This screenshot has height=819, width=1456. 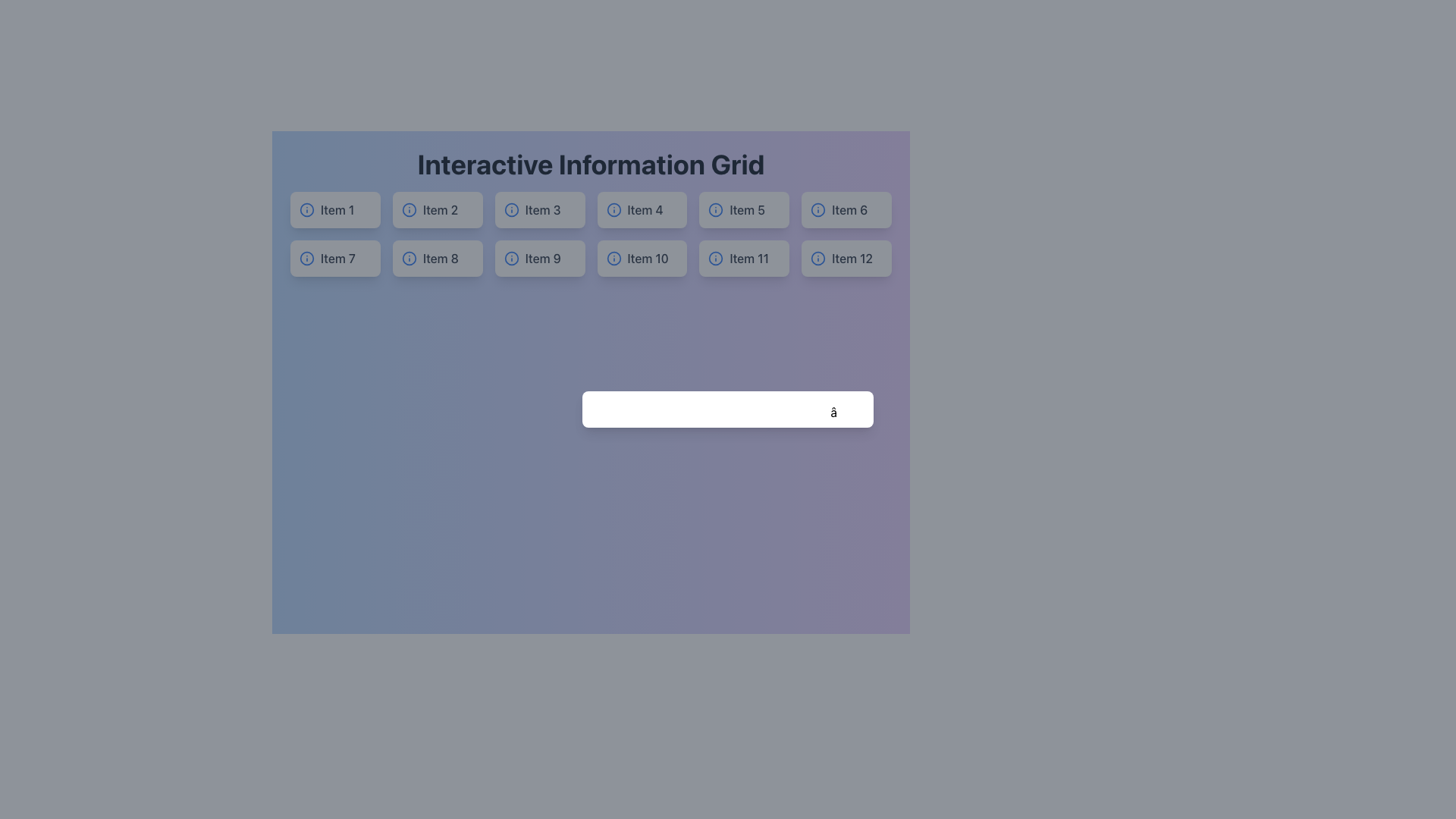 I want to click on the icon of the seventh interactive list item related to 'Item 7', so click(x=334, y=257).